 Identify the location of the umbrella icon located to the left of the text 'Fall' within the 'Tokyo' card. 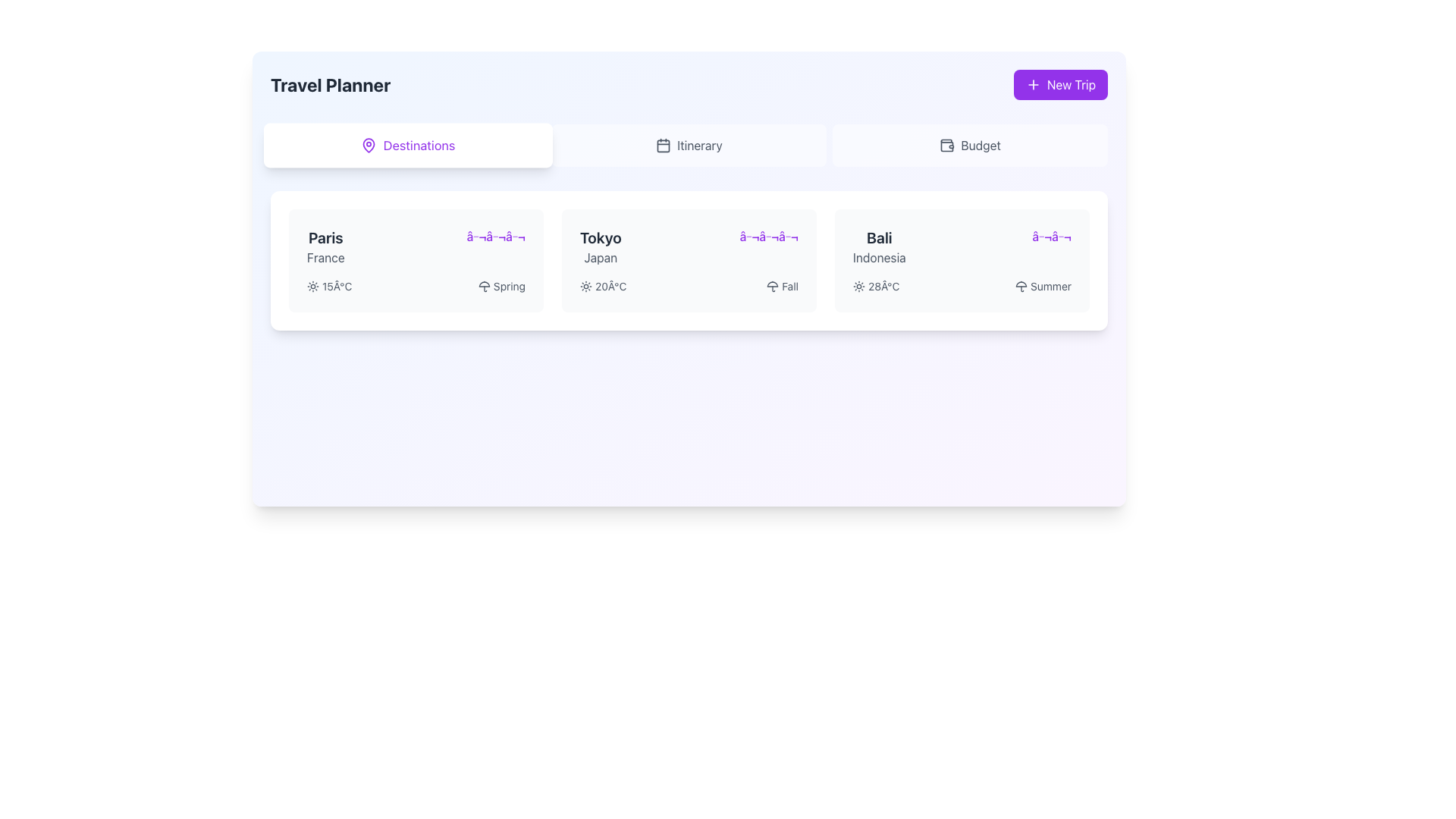
(773, 287).